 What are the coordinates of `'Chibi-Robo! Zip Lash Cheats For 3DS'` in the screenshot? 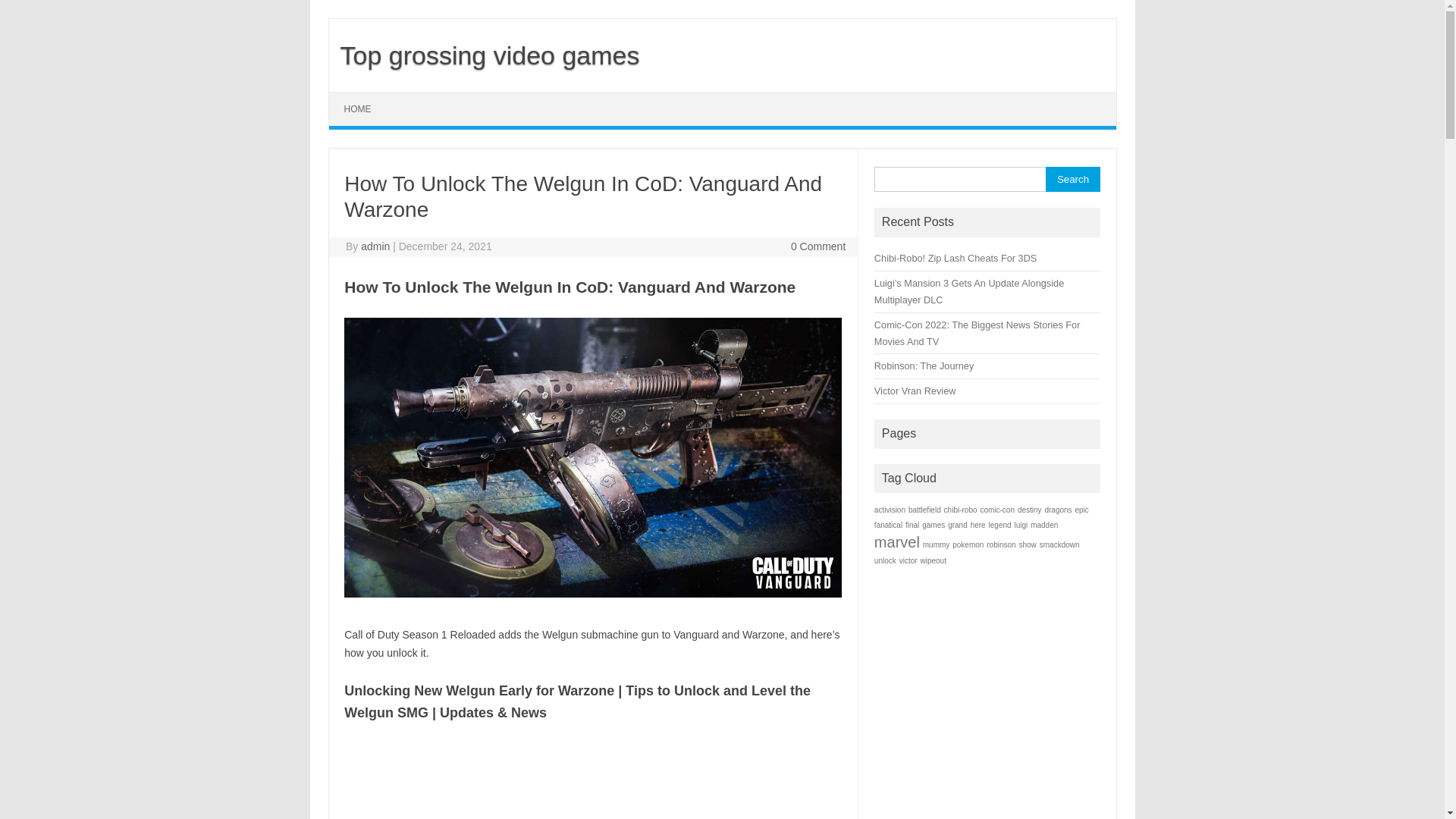 It's located at (954, 257).